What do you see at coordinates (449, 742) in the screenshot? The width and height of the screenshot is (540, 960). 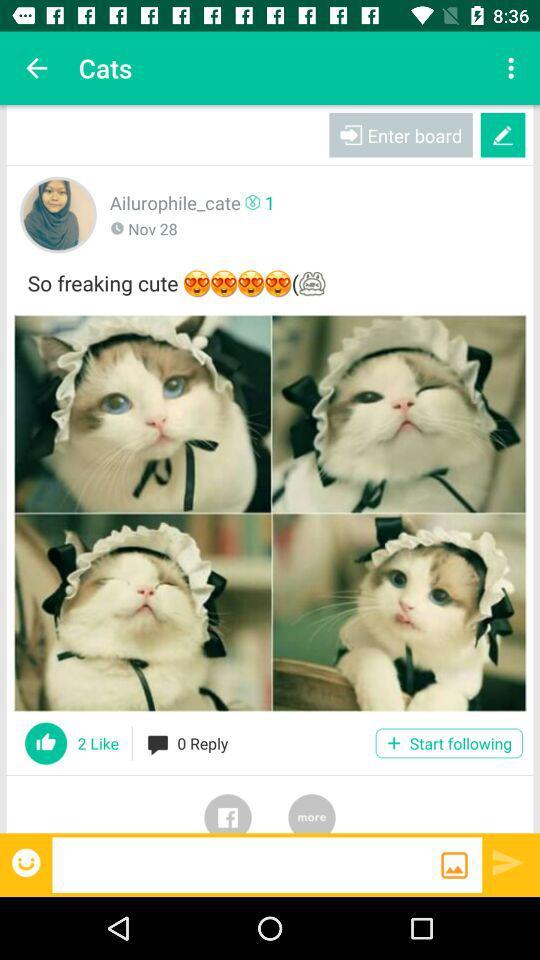 I see `the start following` at bounding box center [449, 742].